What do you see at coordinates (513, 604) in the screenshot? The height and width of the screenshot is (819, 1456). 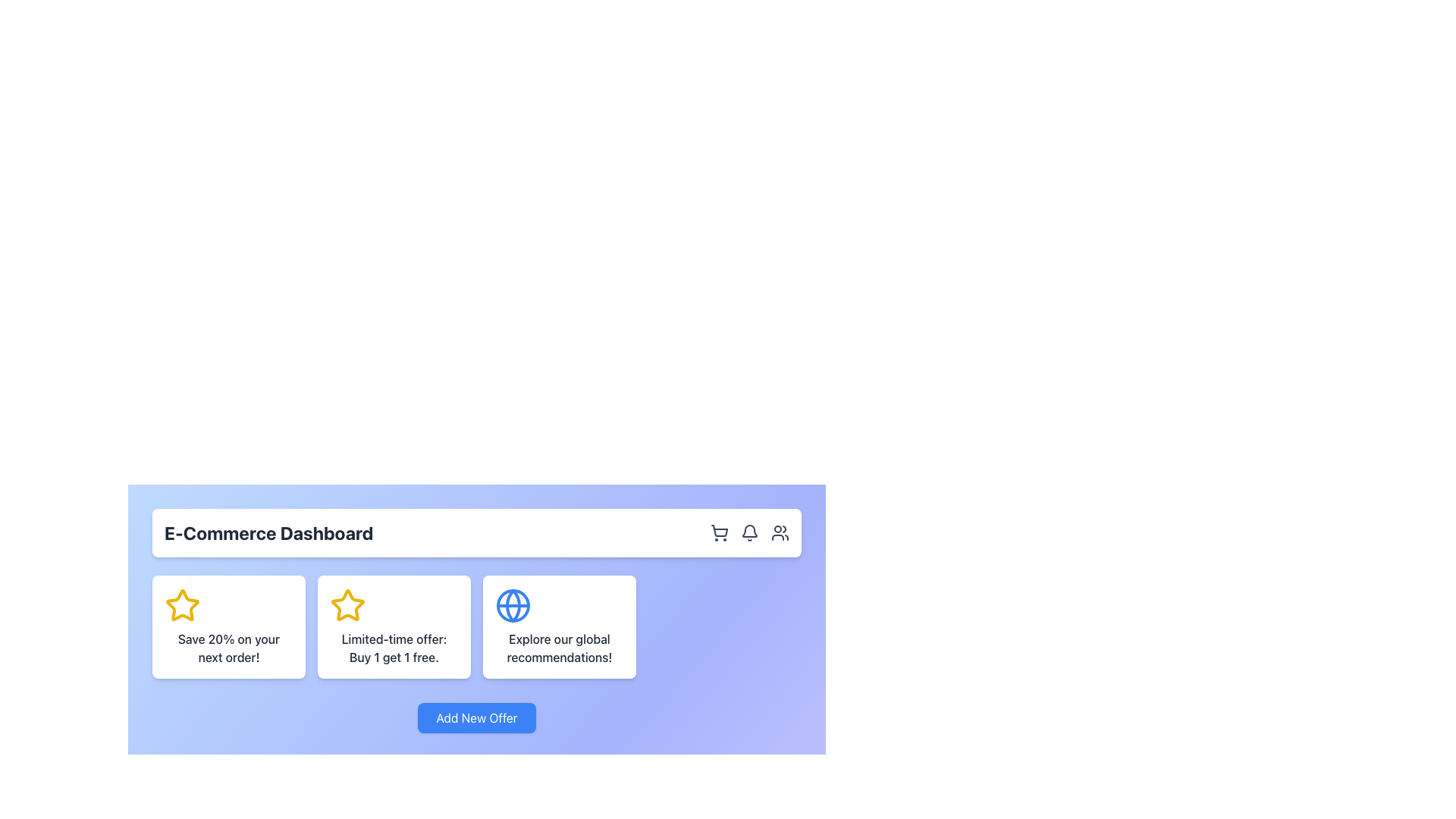 I see `the globe icon, which is styled in blue and located on the first recommendation card with a white background` at bounding box center [513, 604].